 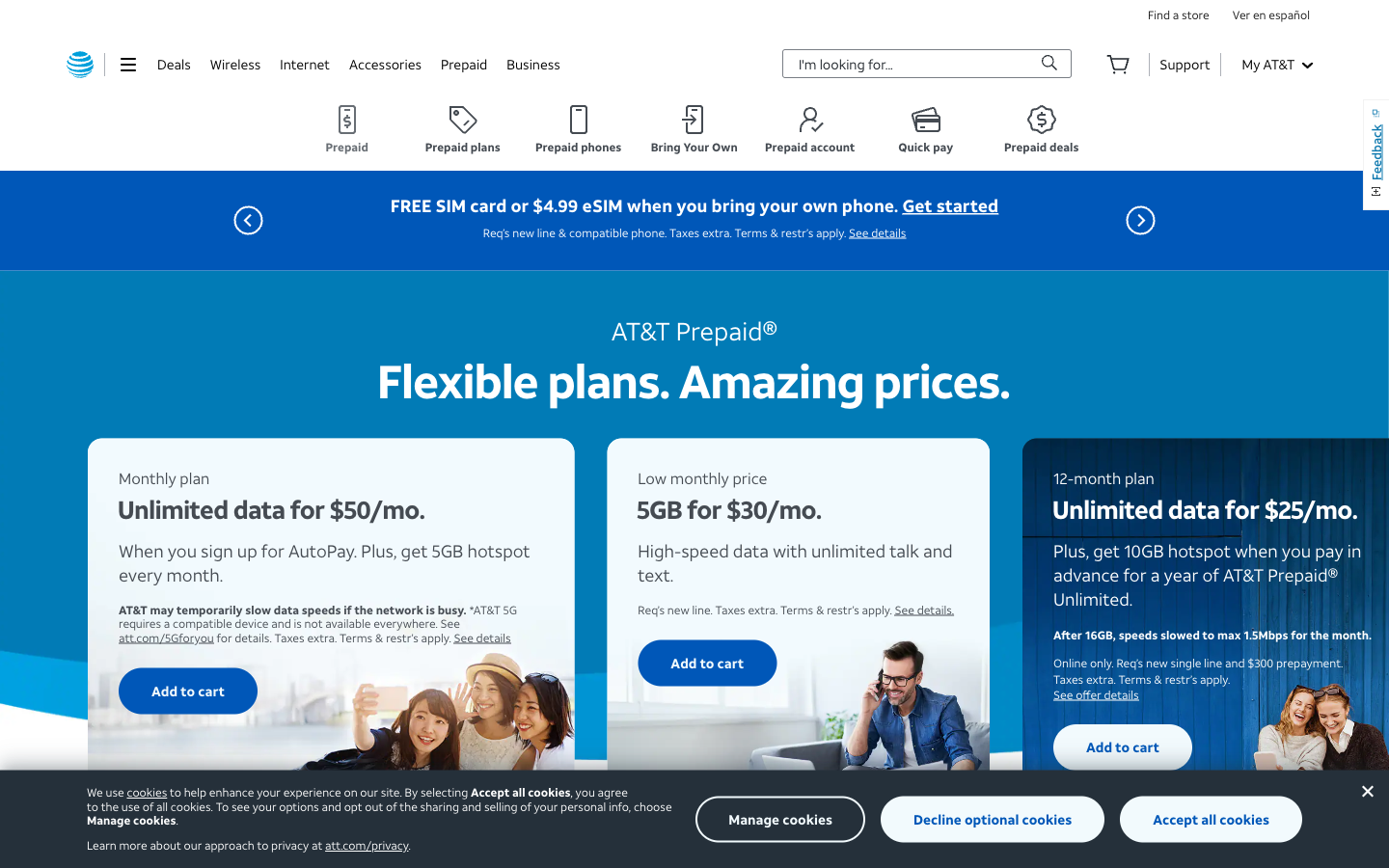 What do you see at coordinates (1118, 63) in the screenshot?
I see `your cart items` at bounding box center [1118, 63].